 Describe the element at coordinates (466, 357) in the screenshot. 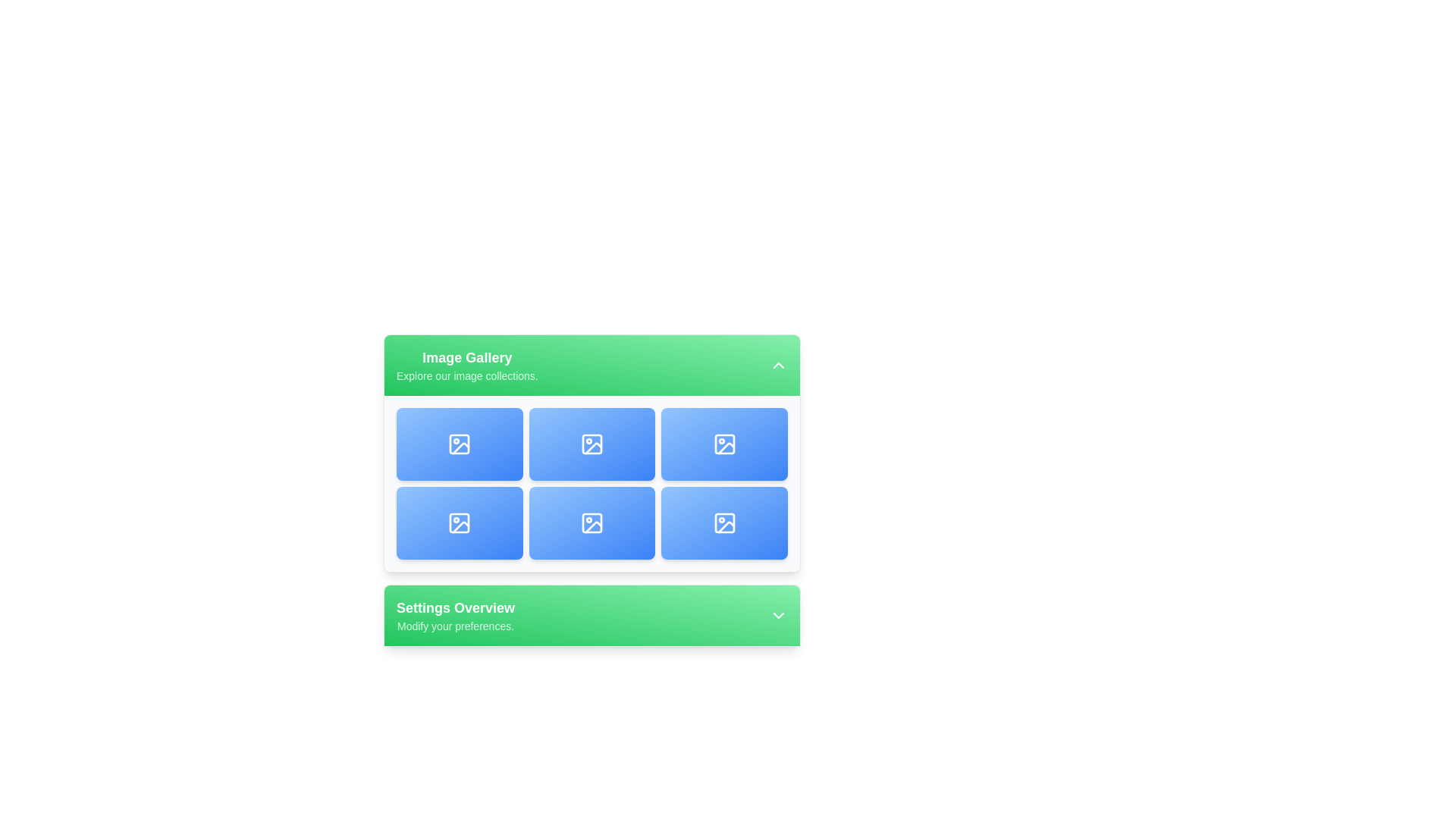

I see `text from the header Text Label located at the top of the green section titled 'Image Gallery', which serves as an overview of the content related to the image gallery` at that location.